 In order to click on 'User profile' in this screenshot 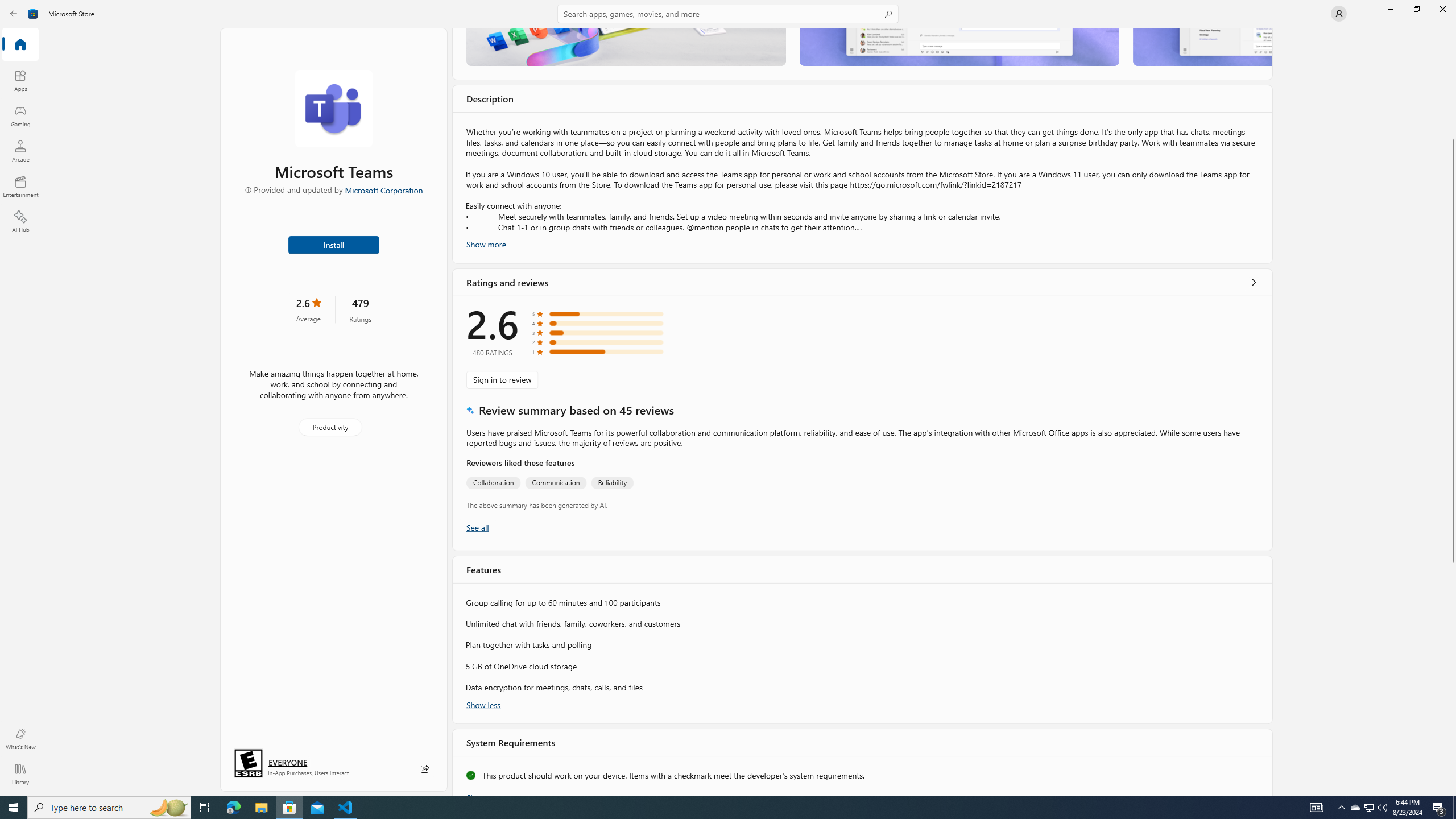, I will do `click(1338, 13)`.